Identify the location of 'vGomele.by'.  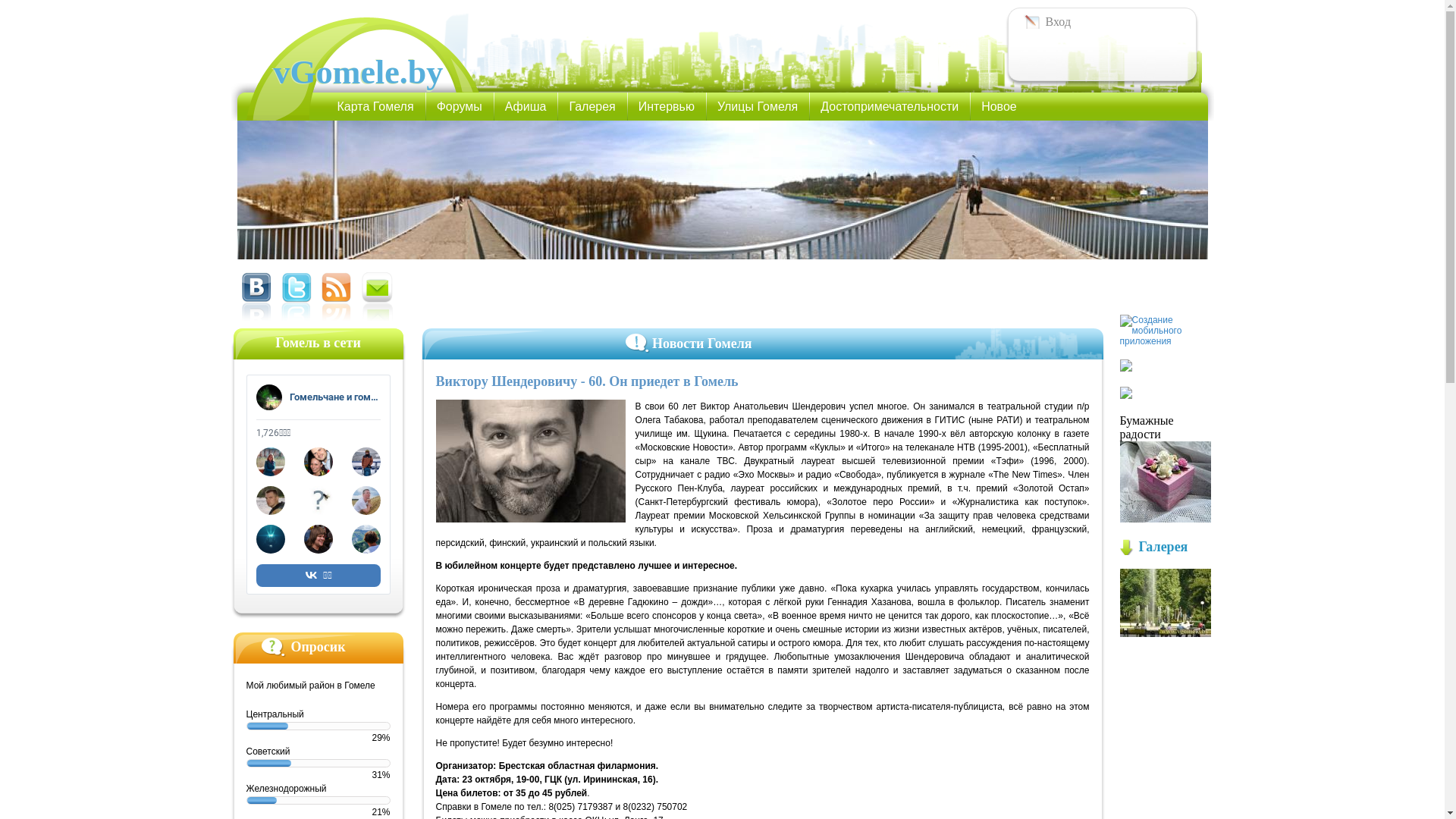
(356, 72).